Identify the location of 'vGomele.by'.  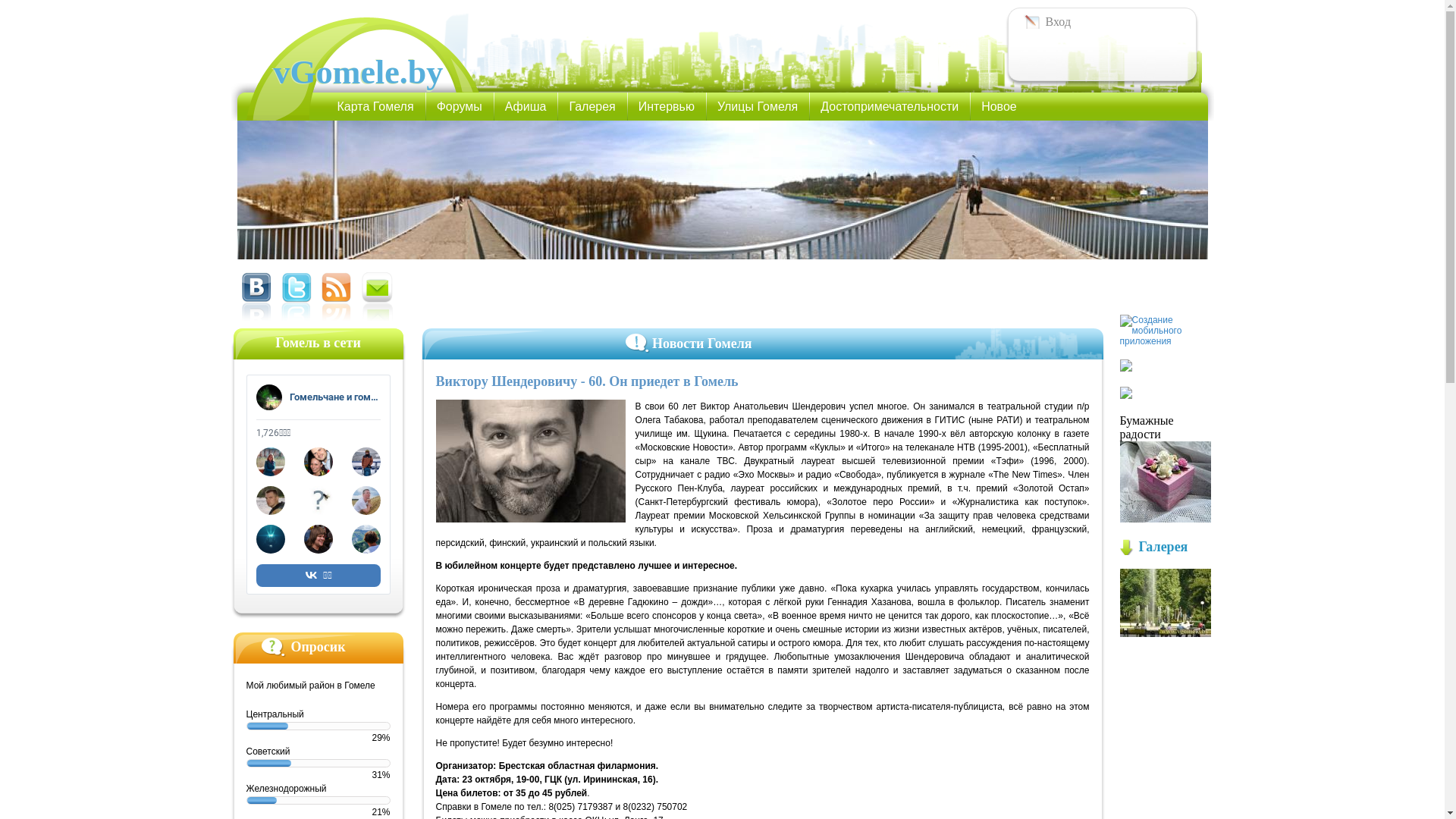
(356, 72).